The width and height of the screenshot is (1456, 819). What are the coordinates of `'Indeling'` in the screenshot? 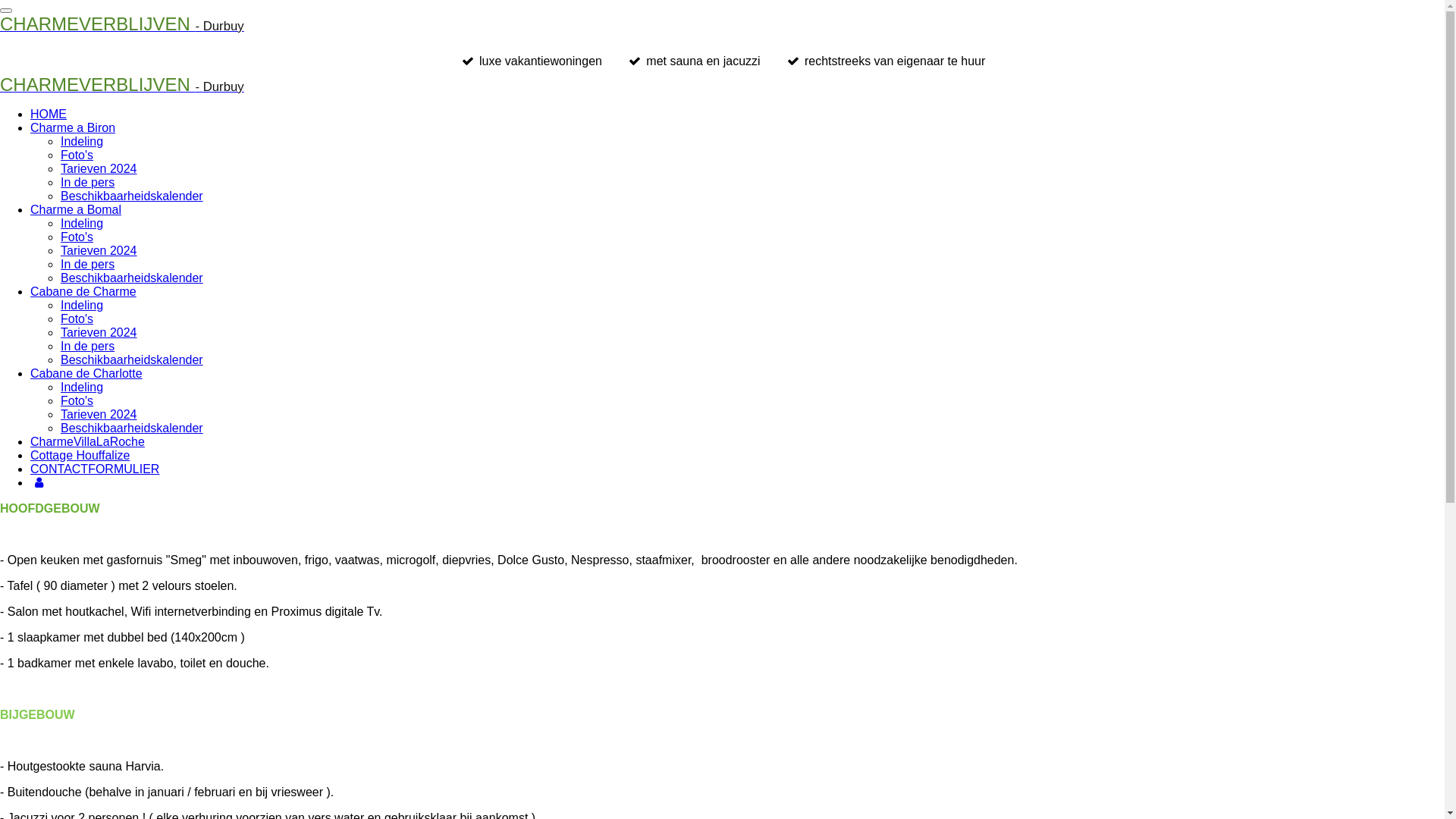 It's located at (61, 386).